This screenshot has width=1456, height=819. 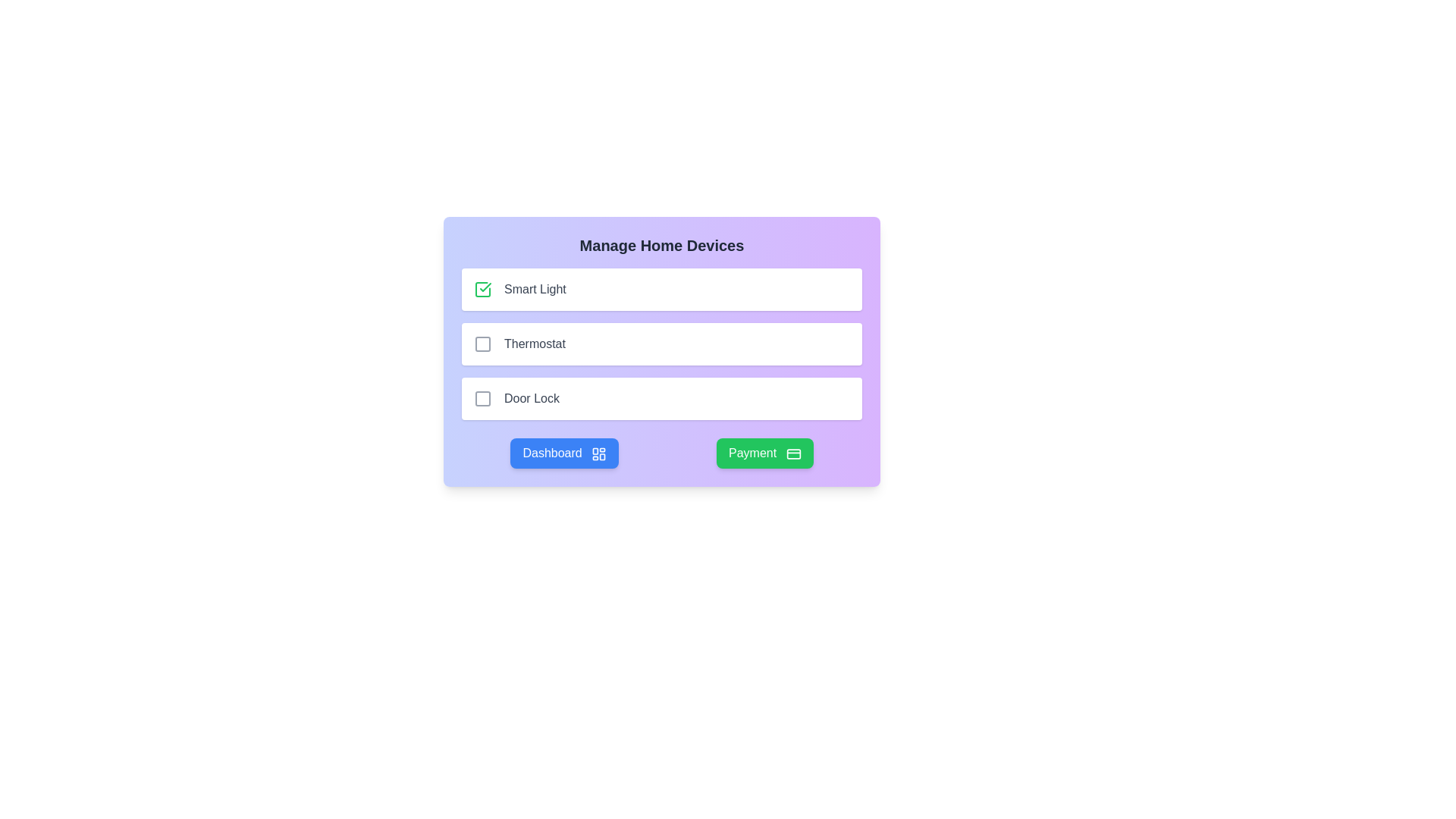 I want to click on the interactive checkbox for the 'Thermostat' option, so click(x=482, y=344).